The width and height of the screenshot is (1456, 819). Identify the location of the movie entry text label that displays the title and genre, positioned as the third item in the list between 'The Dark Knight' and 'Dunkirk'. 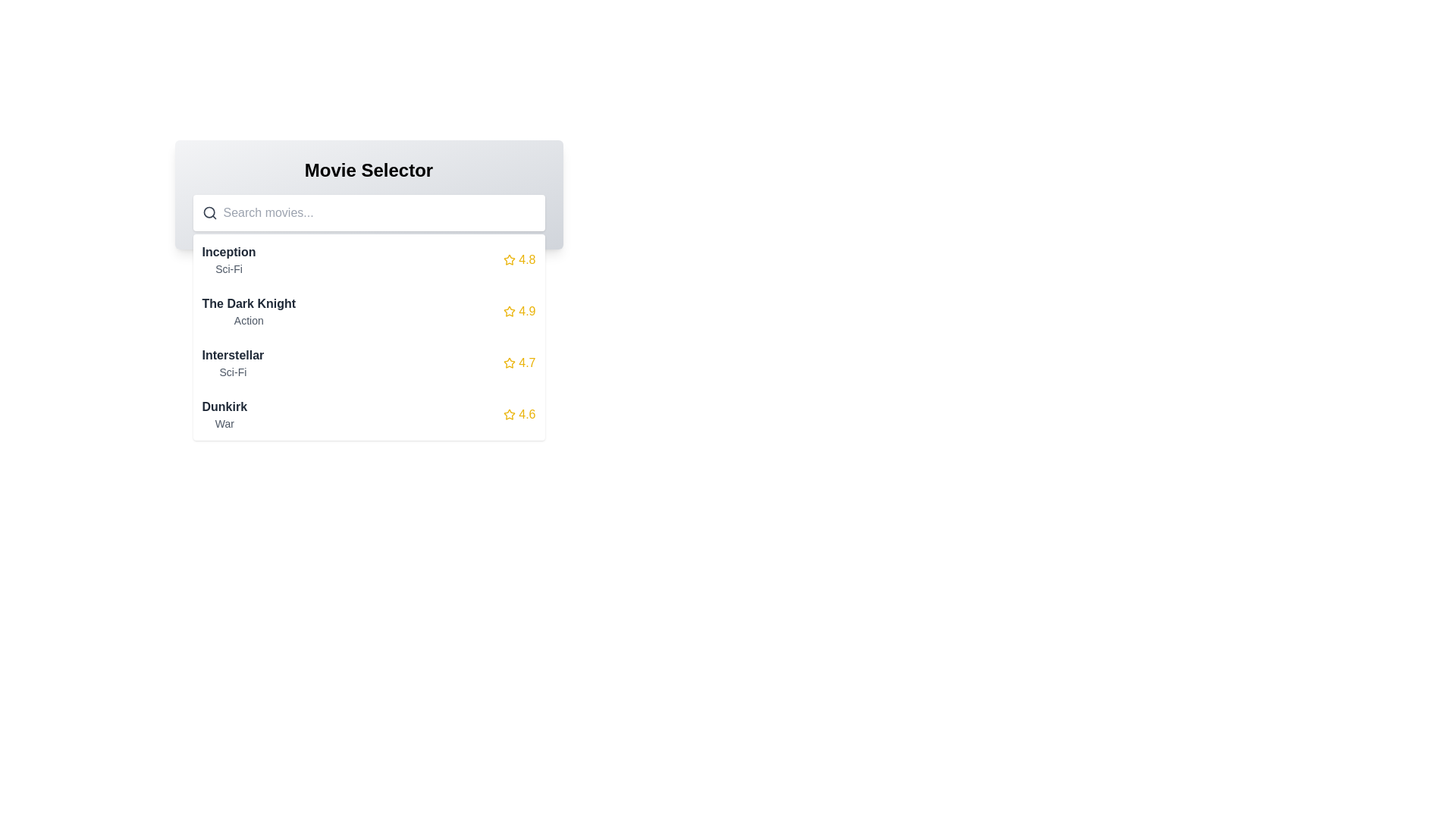
(232, 362).